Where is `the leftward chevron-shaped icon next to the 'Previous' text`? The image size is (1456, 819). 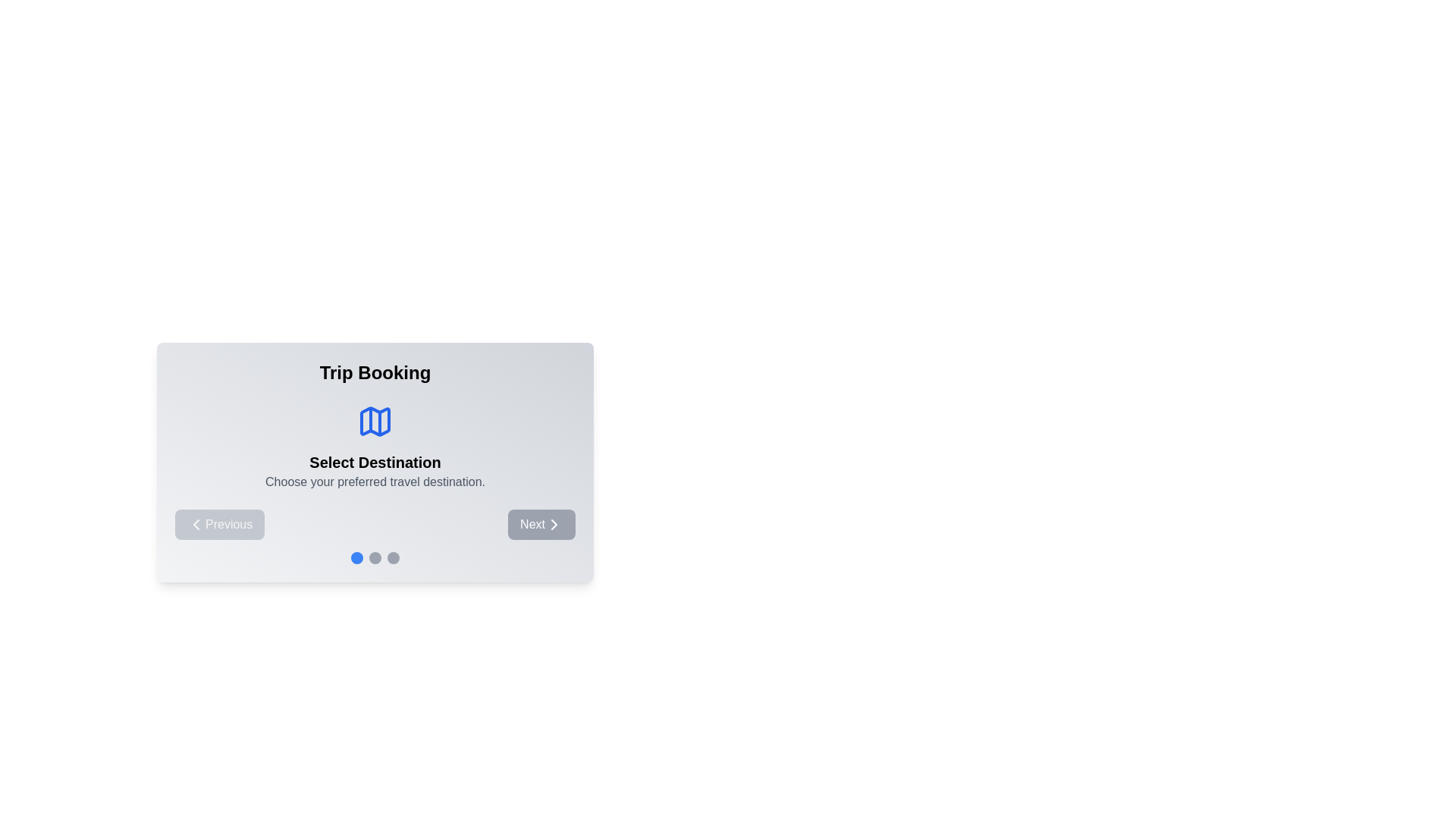
the leftward chevron-shaped icon next to the 'Previous' text is located at coordinates (196, 523).